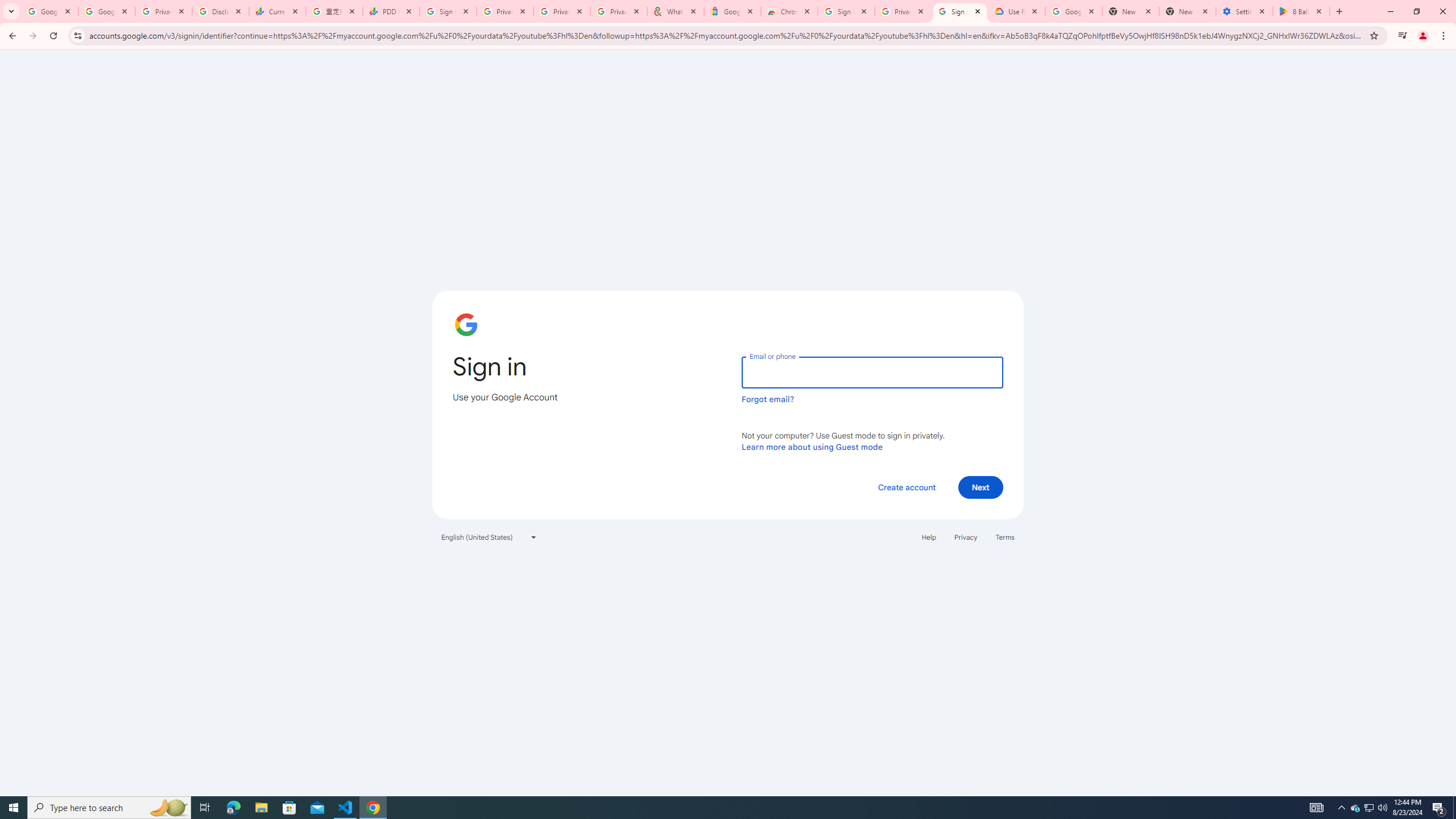  Describe the element at coordinates (846, 11) in the screenshot. I see `'Sign in - Google Accounts'` at that location.